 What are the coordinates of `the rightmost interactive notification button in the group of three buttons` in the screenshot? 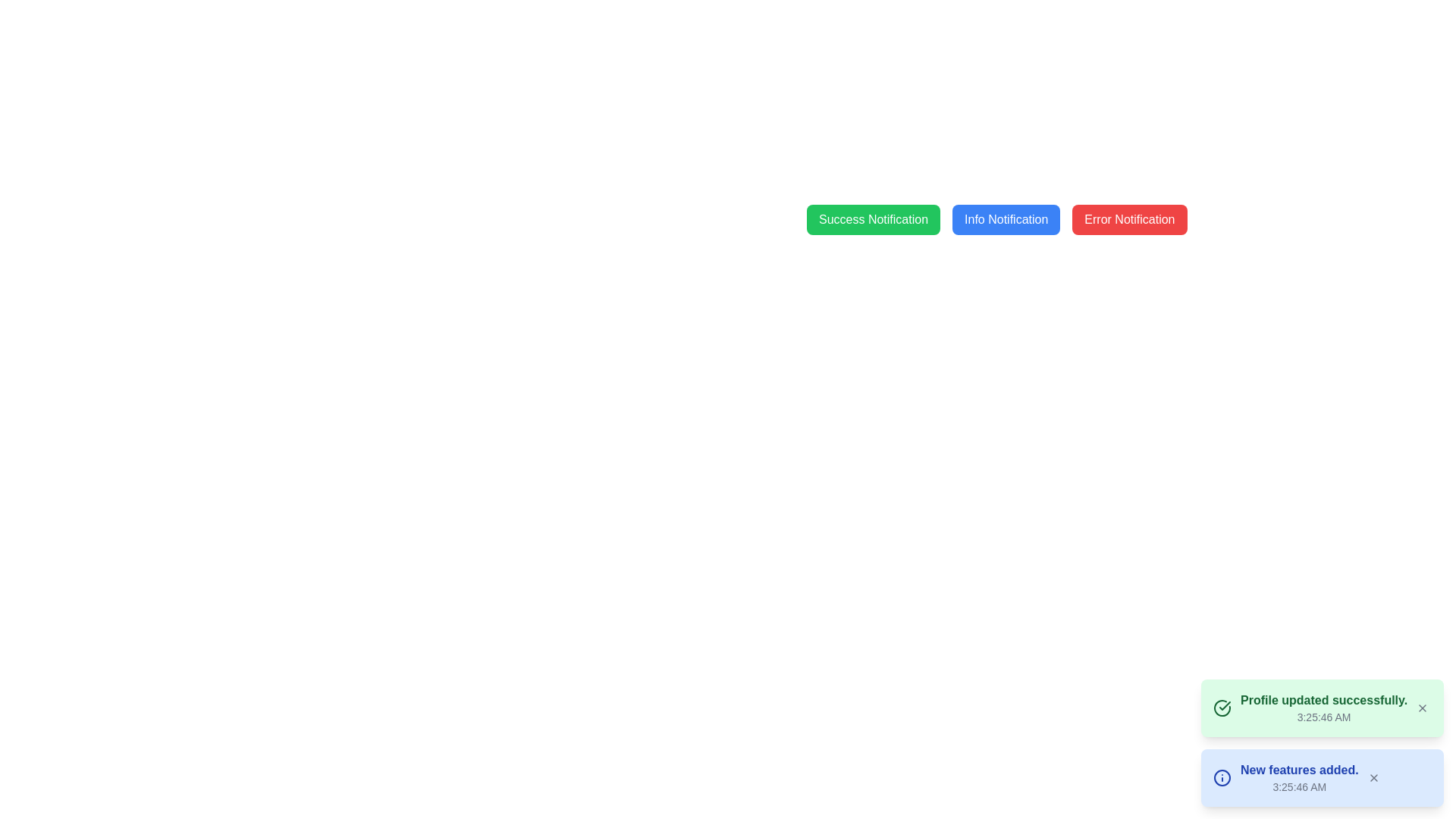 It's located at (1129, 219).